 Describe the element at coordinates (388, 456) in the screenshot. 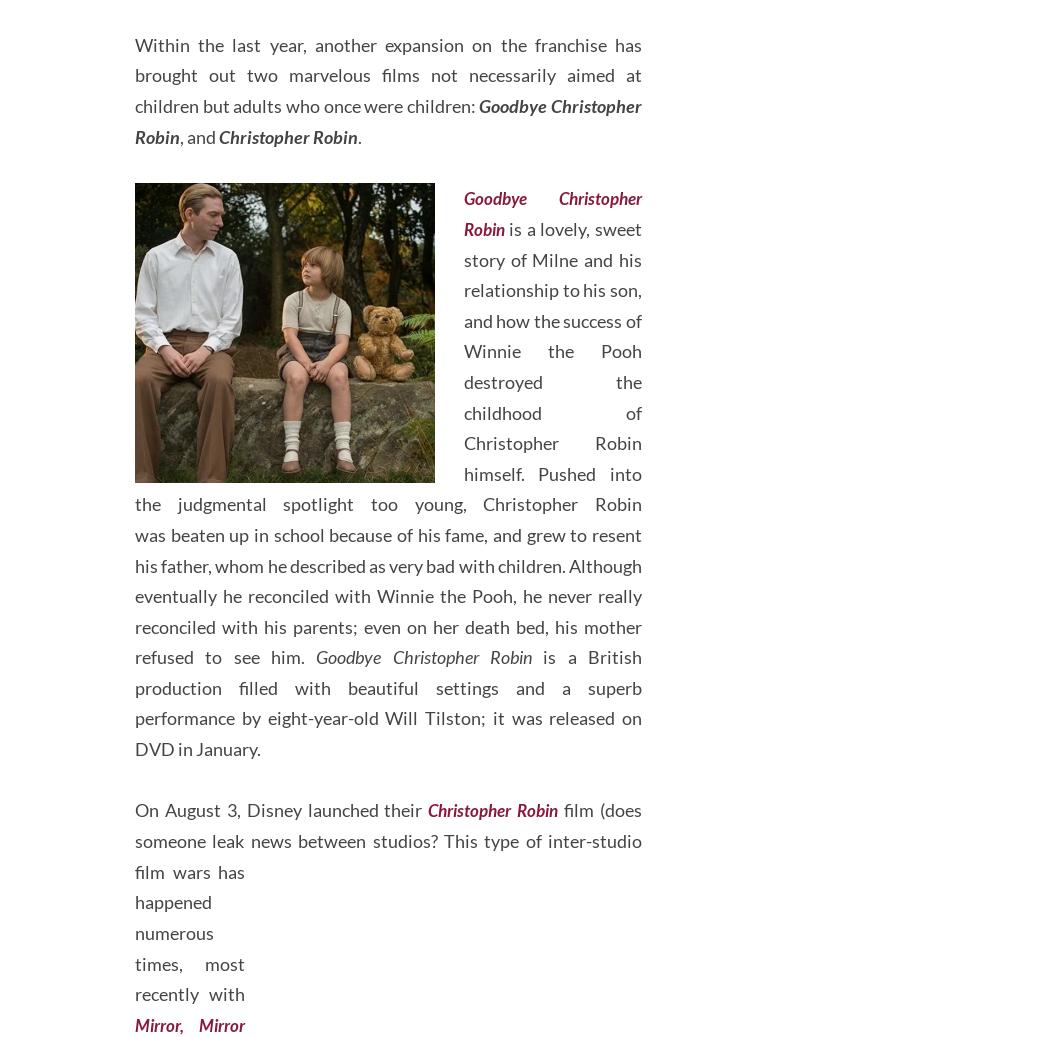

I see `'is a lovely, sweet story of Milne and his relationship to his son, and how the success of Winnie the Pooh destroyed the childhood of Christopher Robin himself. Pushed into the judgmental spotlight too young, Christopher Robin was'` at that location.